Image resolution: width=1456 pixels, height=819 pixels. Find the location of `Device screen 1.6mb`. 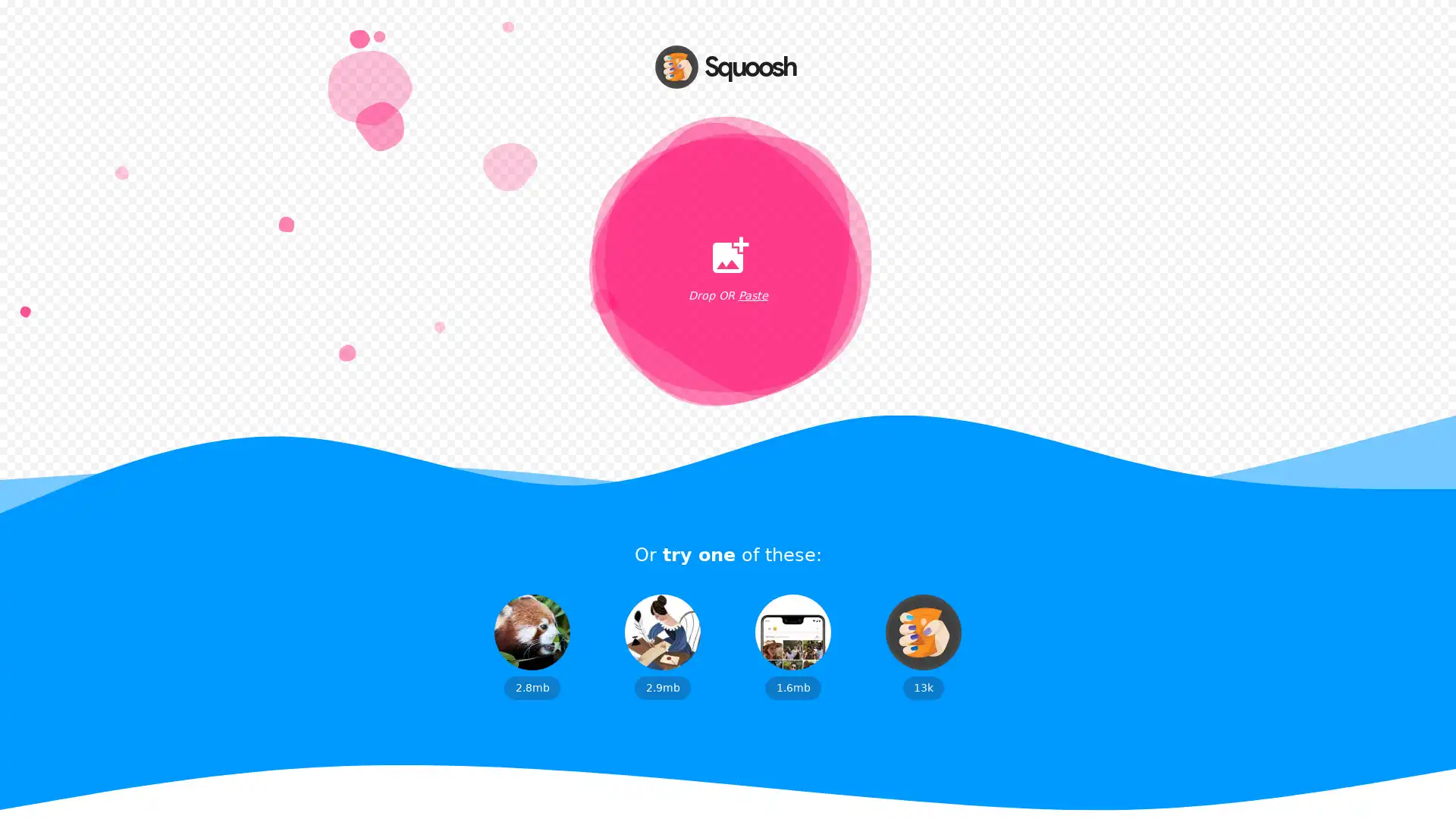

Device screen 1.6mb is located at coordinates (792, 646).